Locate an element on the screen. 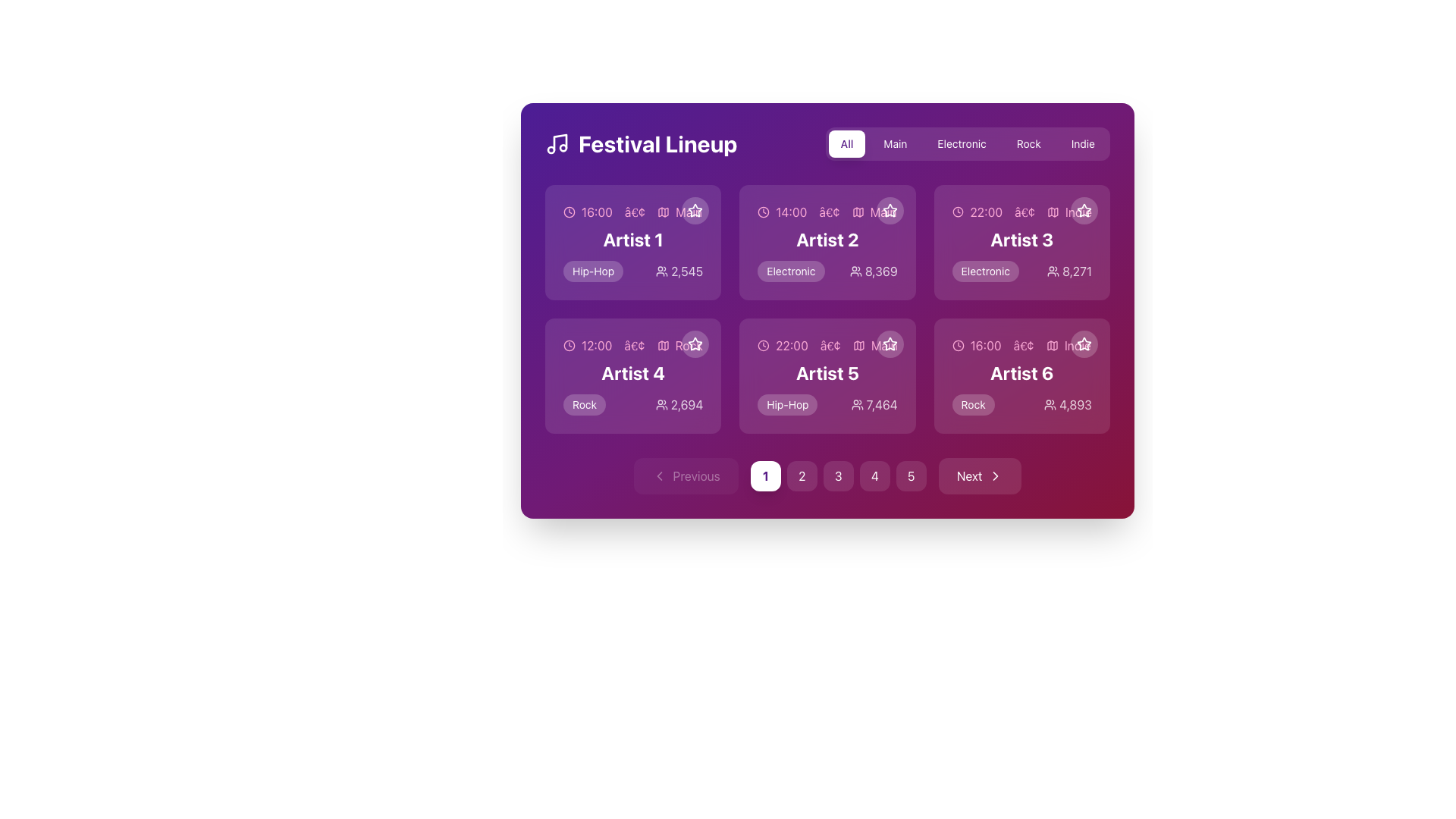 The height and width of the screenshot is (819, 1456). the textual symbol '•' located to the right of the time '14:00' and before the map icon within the panel for 'Artist 2' in the second tile of the upper row is located at coordinates (829, 212).